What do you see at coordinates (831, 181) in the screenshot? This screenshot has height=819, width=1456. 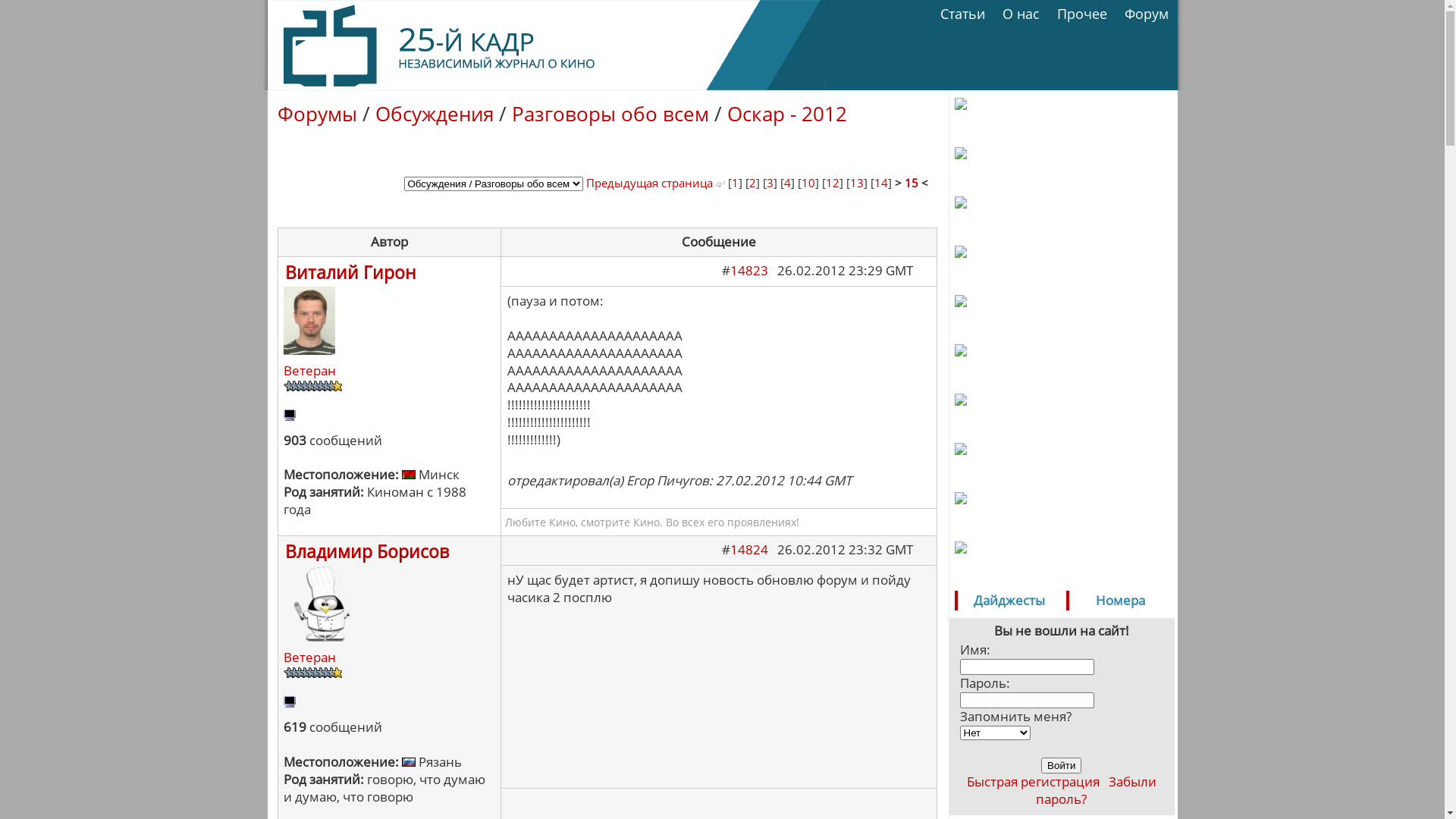 I see `'12'` at bounding box center [831, 181].